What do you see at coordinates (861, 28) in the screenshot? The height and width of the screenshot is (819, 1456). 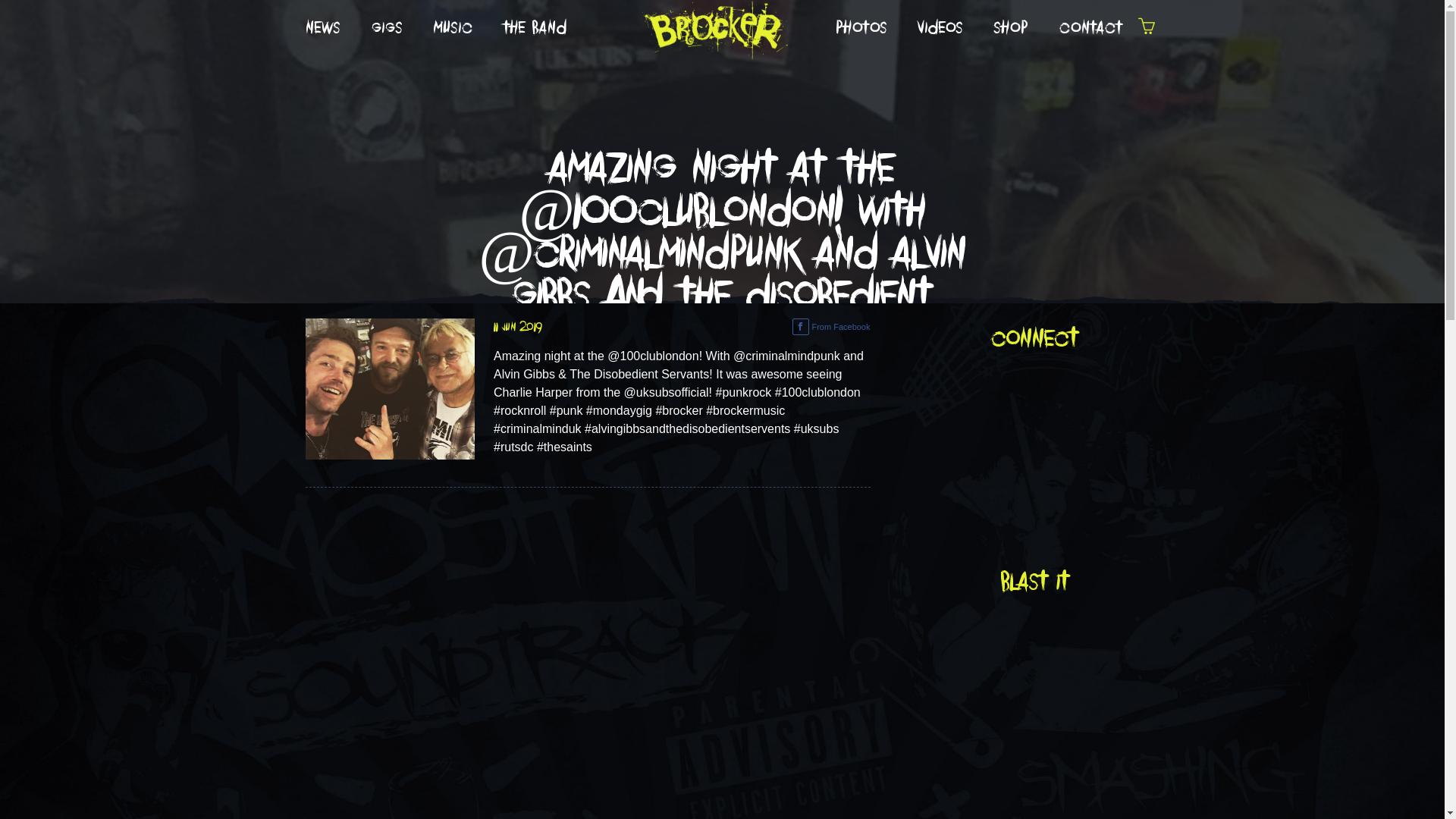 I see `'photos'` at bounding box center [861, 28].